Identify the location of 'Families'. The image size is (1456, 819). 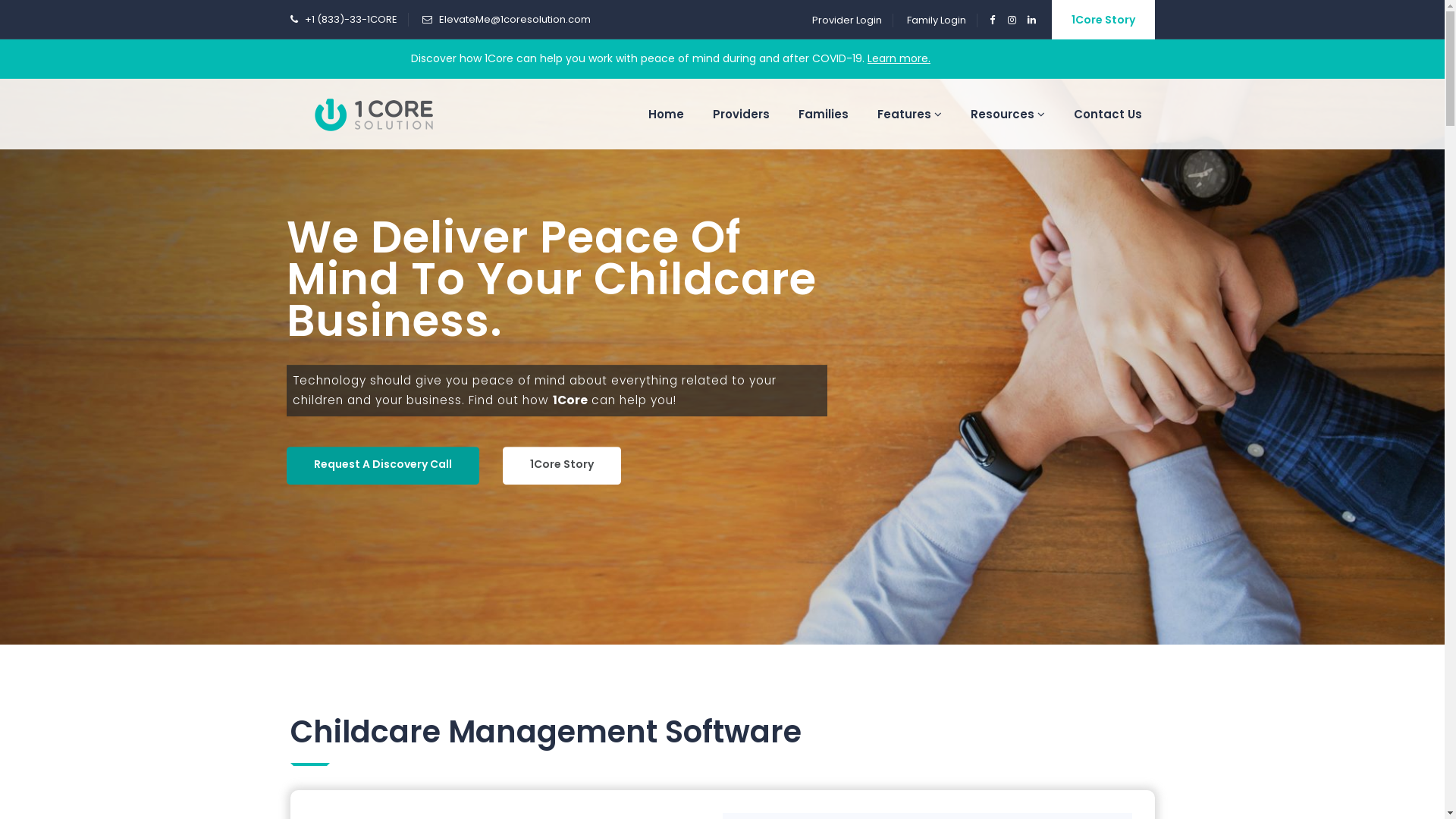
(822, 113).